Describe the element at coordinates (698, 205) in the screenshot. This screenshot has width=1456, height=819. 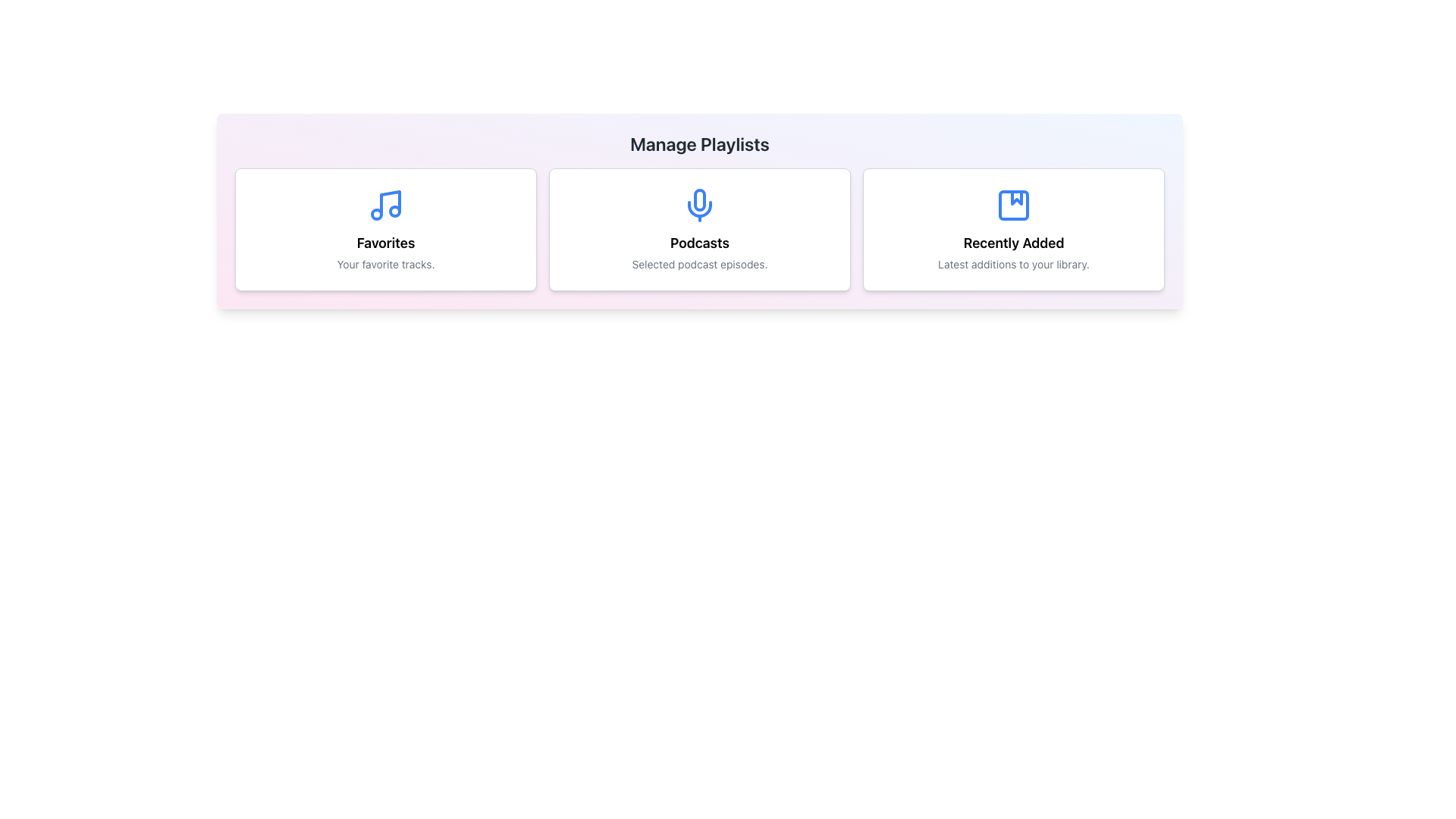
I see `the blue microphone icon located at the top-center of the interface, within the white card labeled 'Podcasts'` at that location.